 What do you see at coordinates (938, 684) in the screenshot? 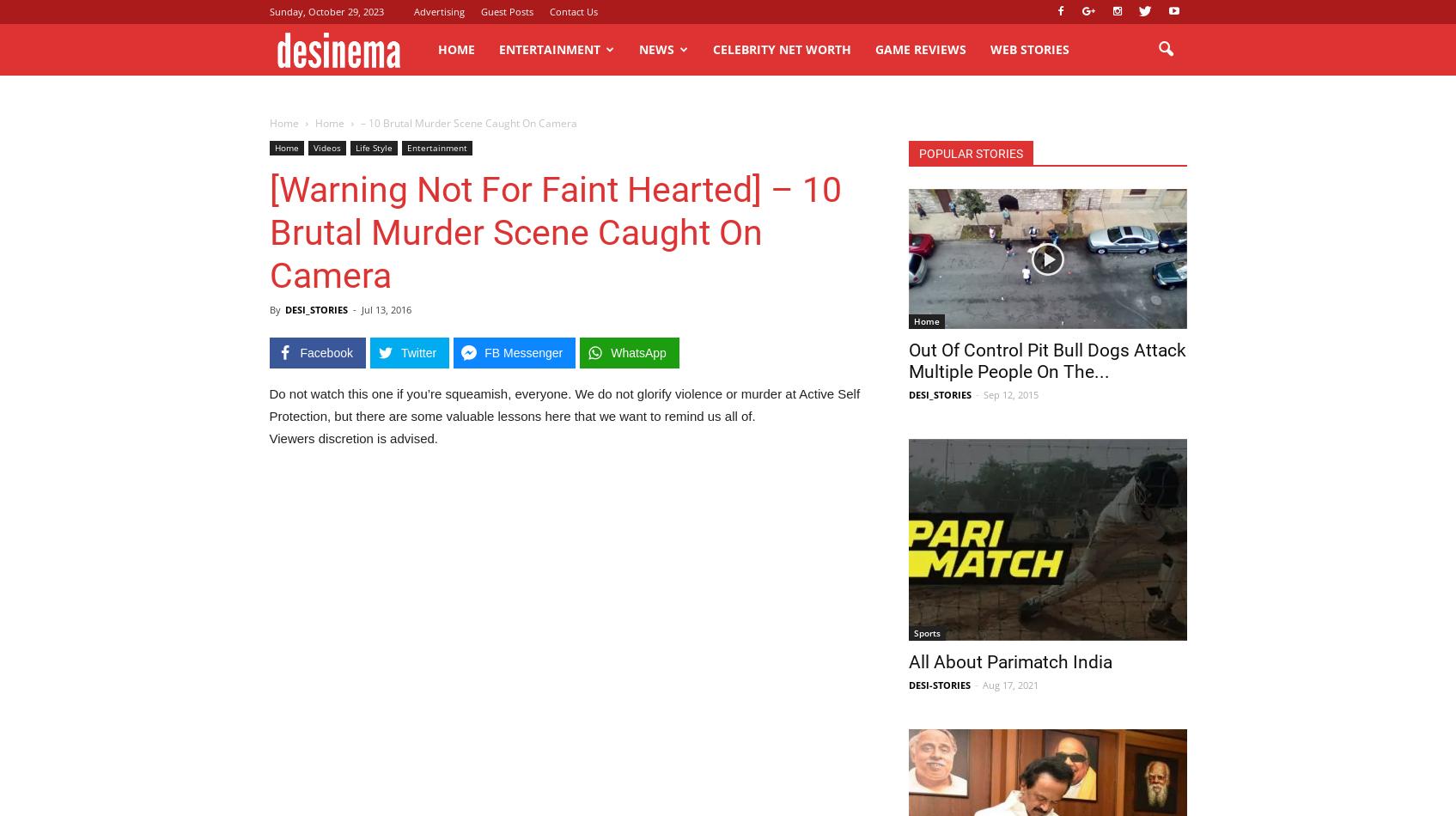
I see `'DESI-STORIES'` at bounding box center [938, 684].